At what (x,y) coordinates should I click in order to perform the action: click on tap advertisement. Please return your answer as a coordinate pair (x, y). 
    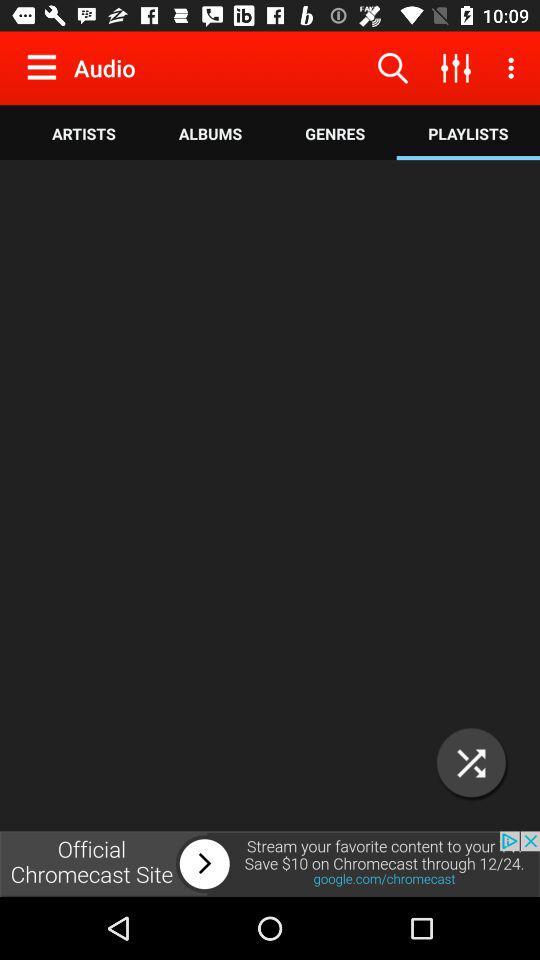
    Looking at the image, I should click on (270, 863).